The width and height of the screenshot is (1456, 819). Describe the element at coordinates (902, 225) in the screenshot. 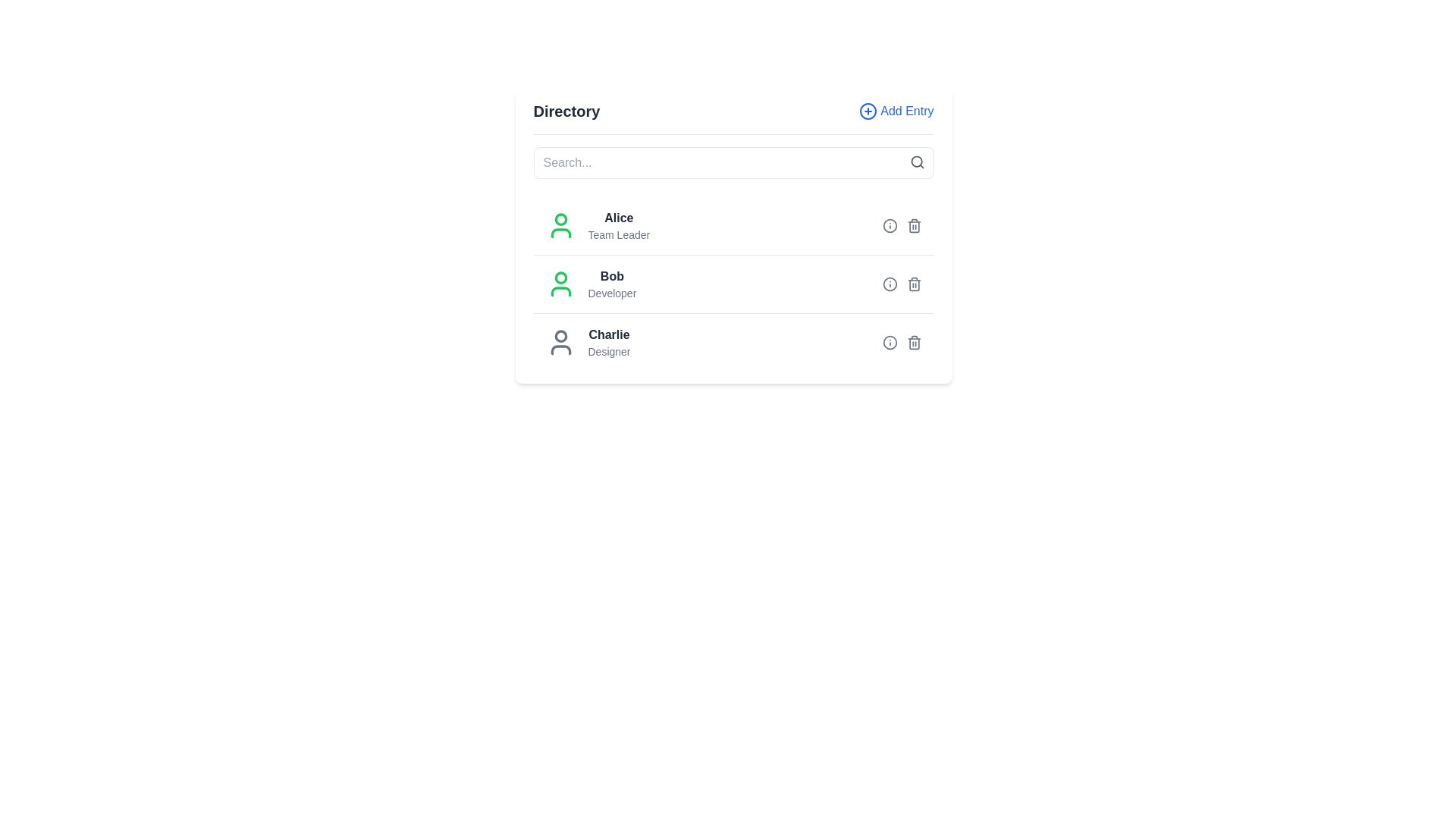

I see `the information icon located in the top entry row of the directory list next to 'Alice Team Leader'` at that location.